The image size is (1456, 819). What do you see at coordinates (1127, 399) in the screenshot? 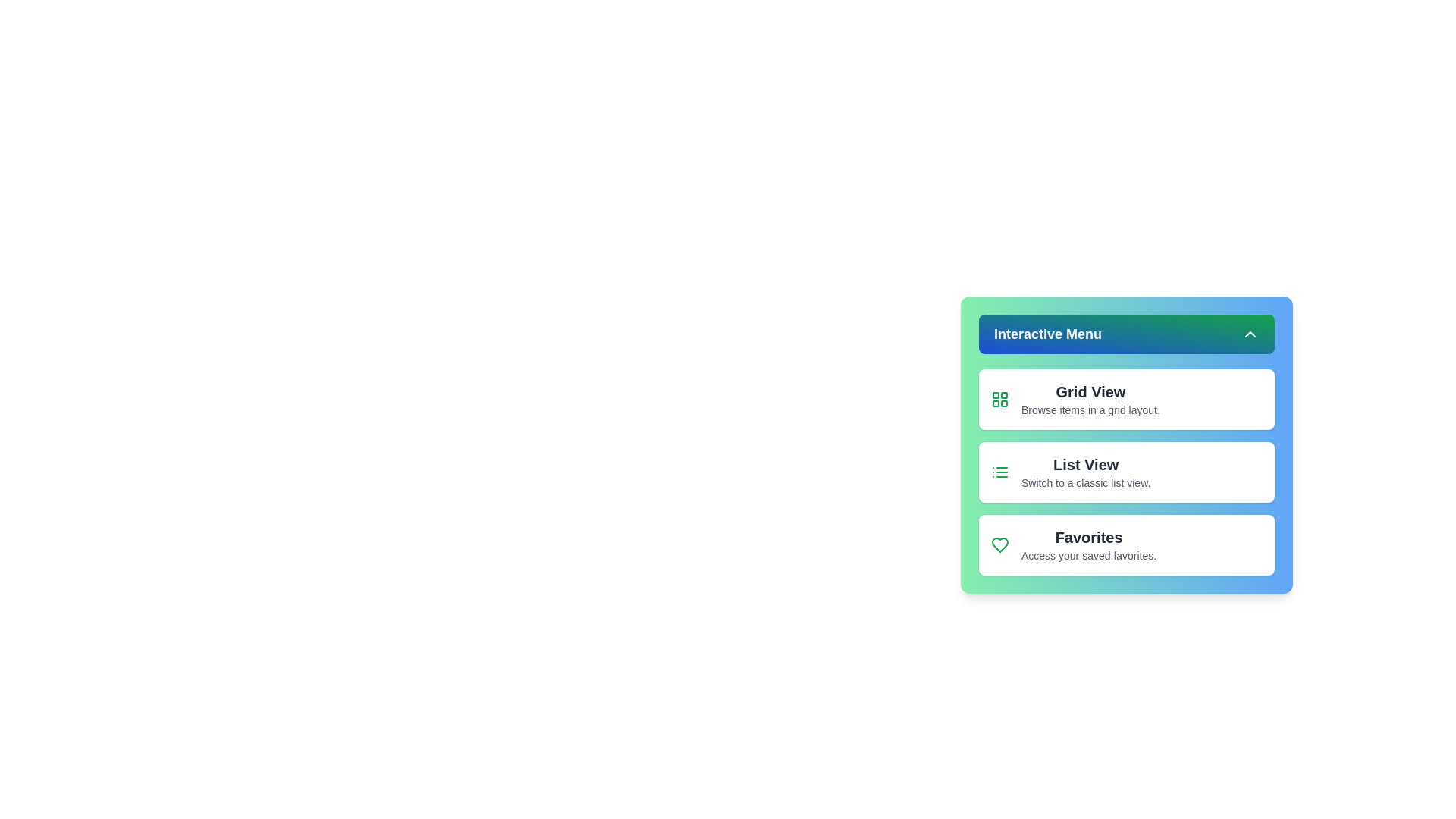
I see `the menu item Grid View to observe its hover effect` at bounding box center [1127, 399].